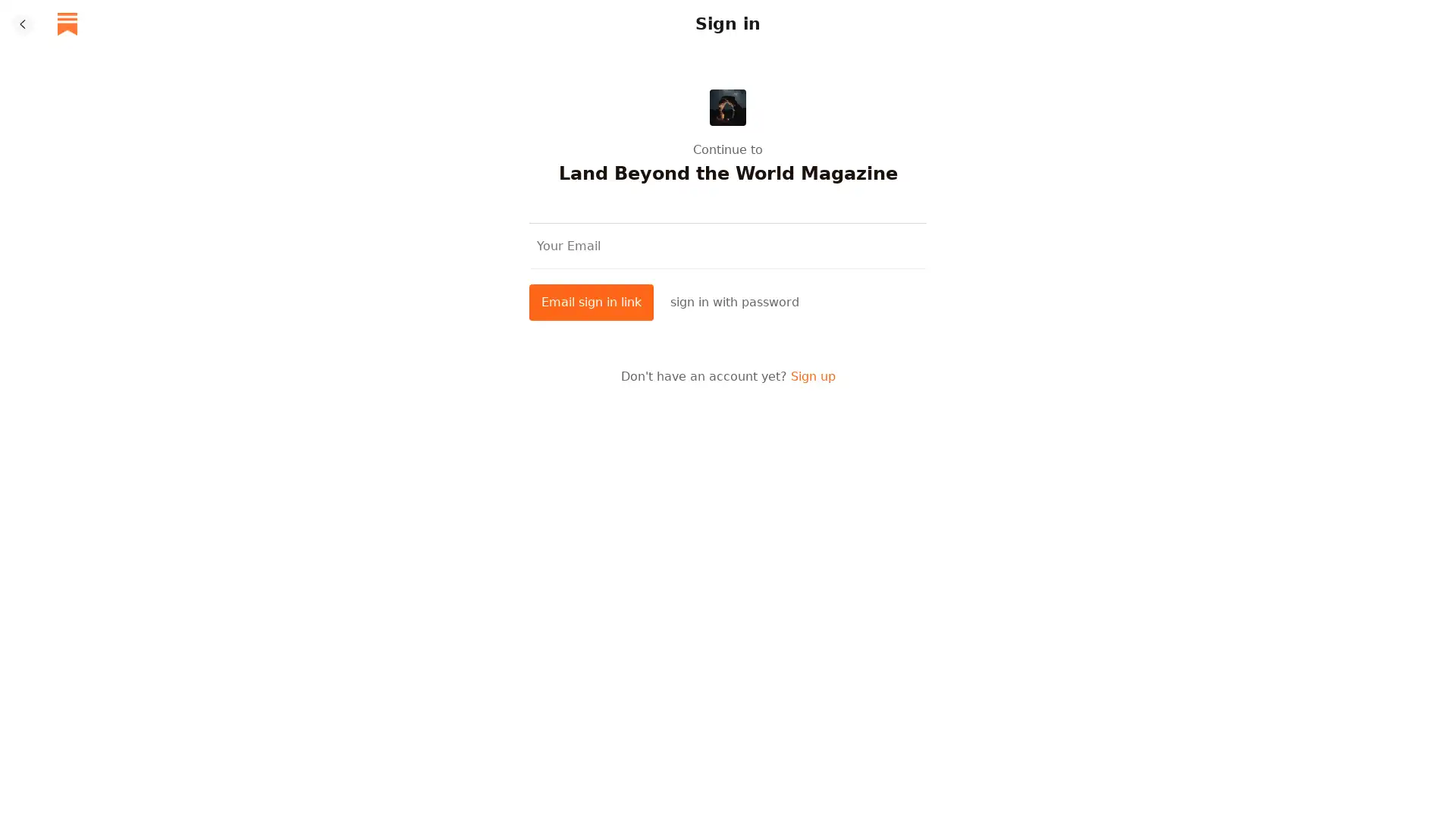 This screenshot has height=819, width=1456. What do you see at coordinates (590, 302) in the screenshot?
I see `Email sign in link` at bounding box center [590, 302].